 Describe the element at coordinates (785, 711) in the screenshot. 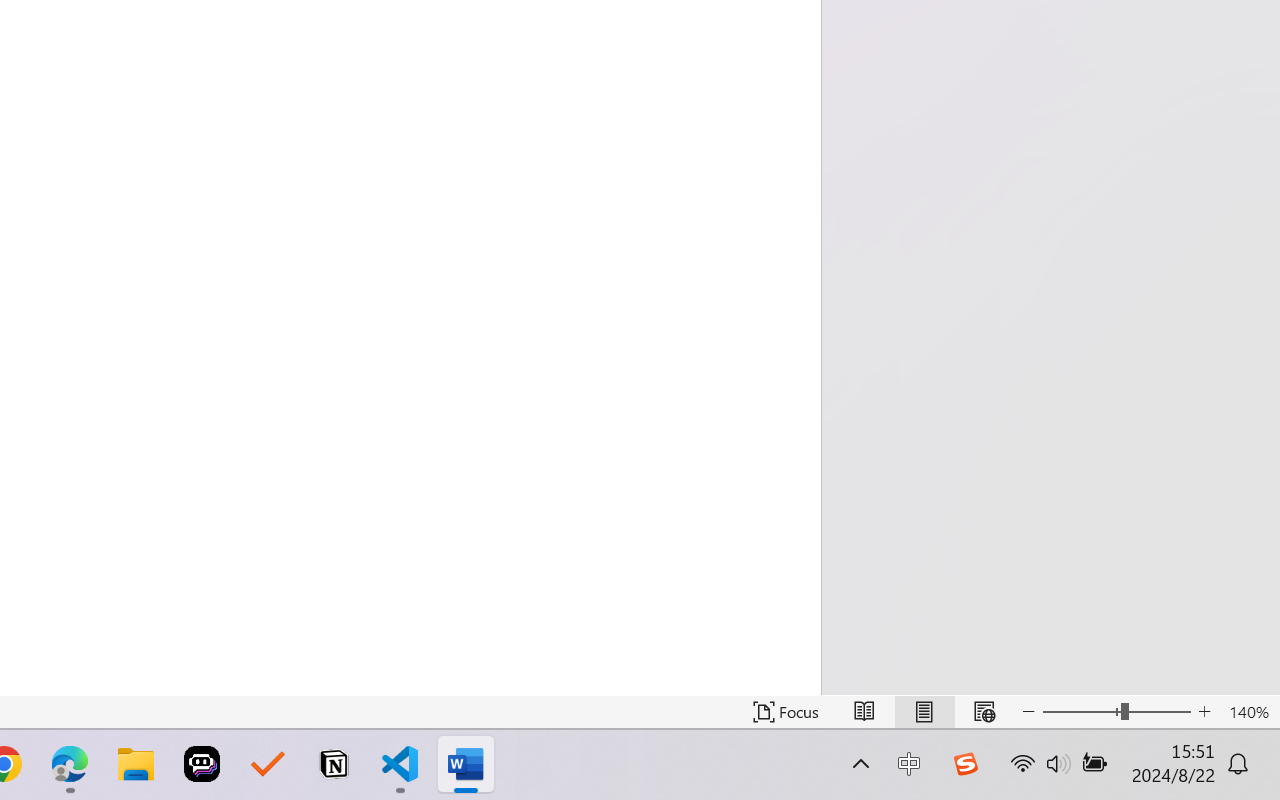

I see `'Focus '` at that location.